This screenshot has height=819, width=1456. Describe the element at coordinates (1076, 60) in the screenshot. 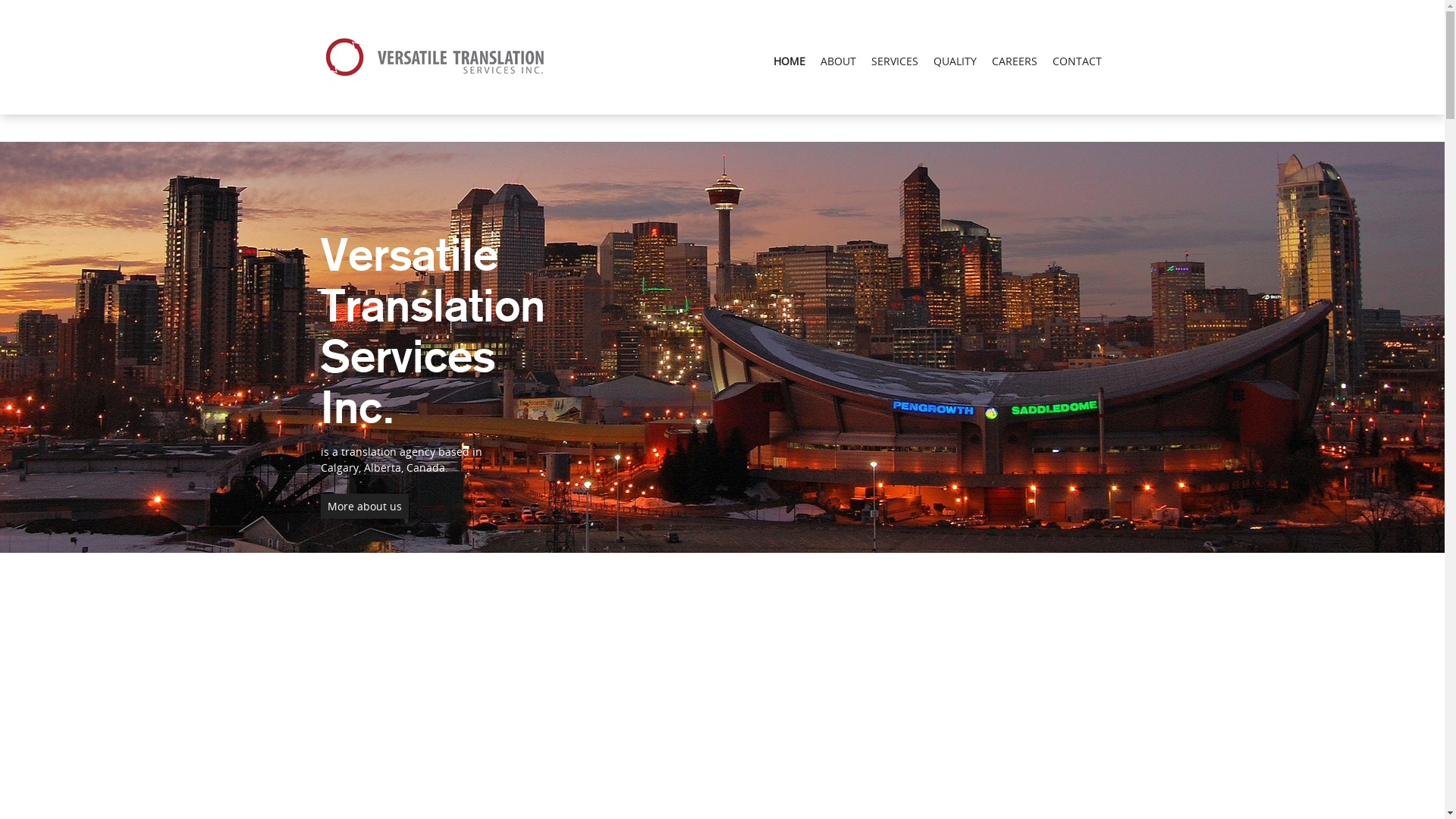

I see `'CONTACT'` at that location.